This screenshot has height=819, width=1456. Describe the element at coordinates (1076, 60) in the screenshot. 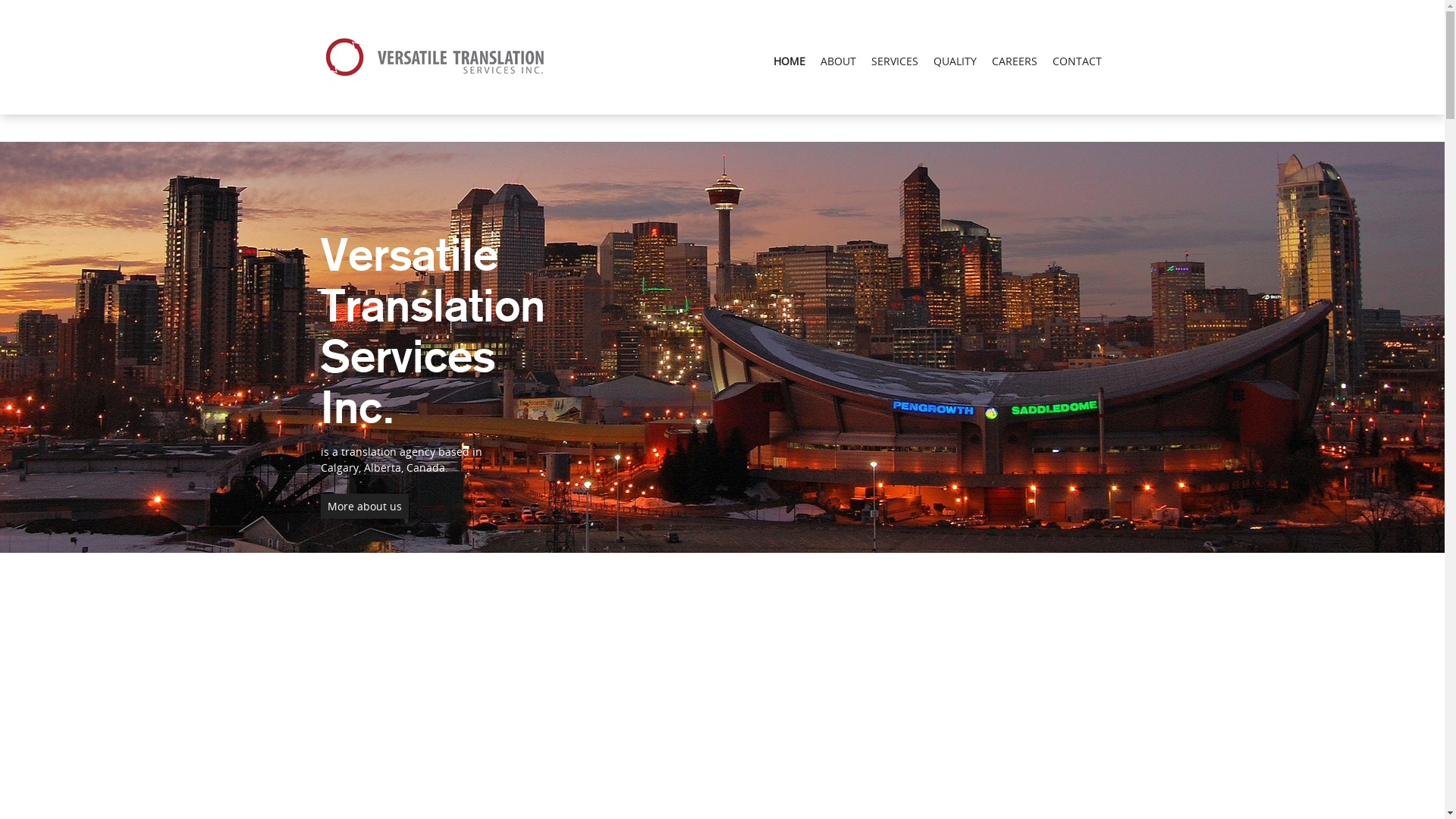

I see `'CONTACT'` at that location.